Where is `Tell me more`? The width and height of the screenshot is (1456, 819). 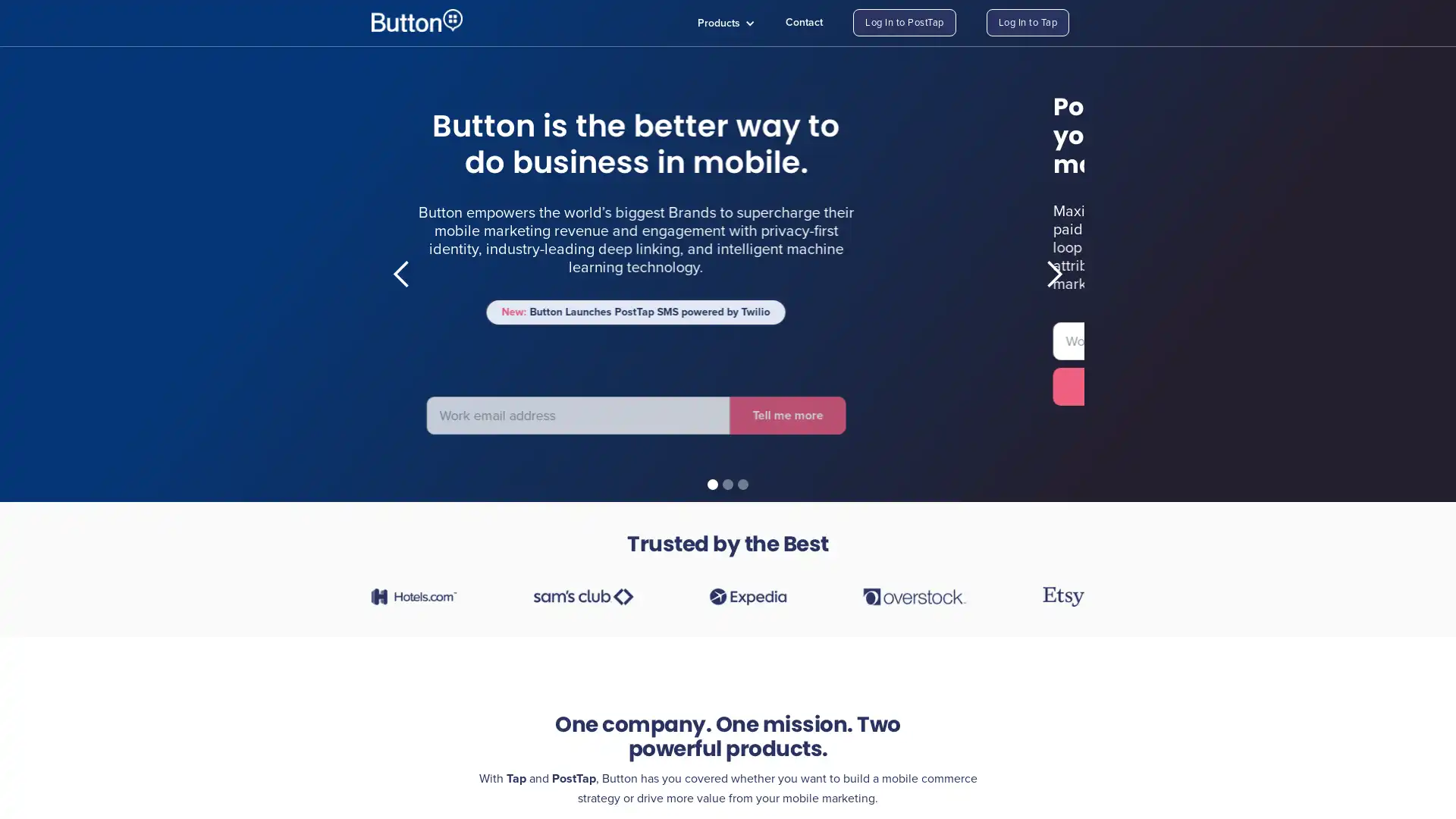
Tell me more is located at coordinates (166, 397).